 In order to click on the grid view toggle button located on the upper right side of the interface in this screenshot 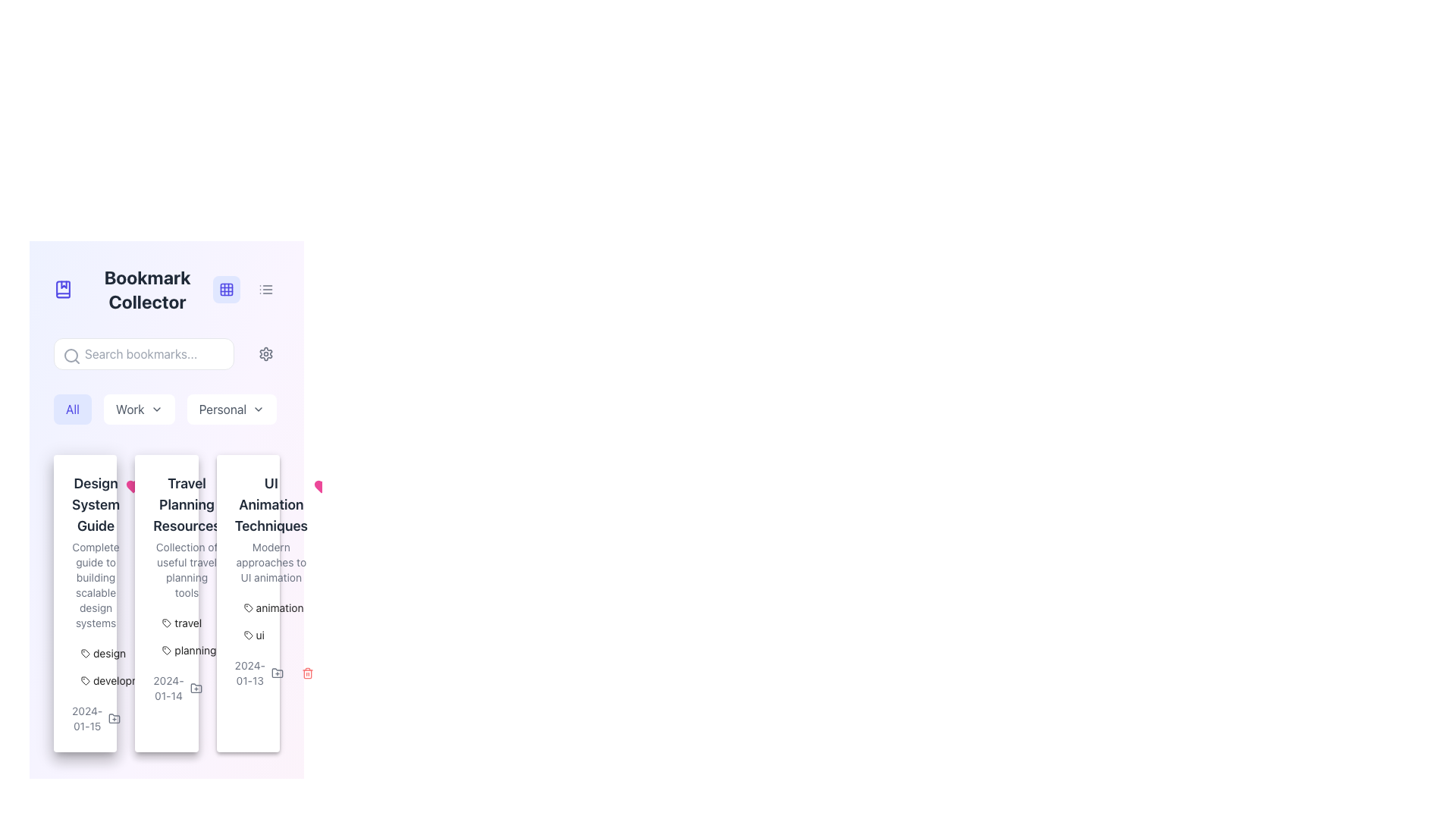, I will do `click(225, 289)`.